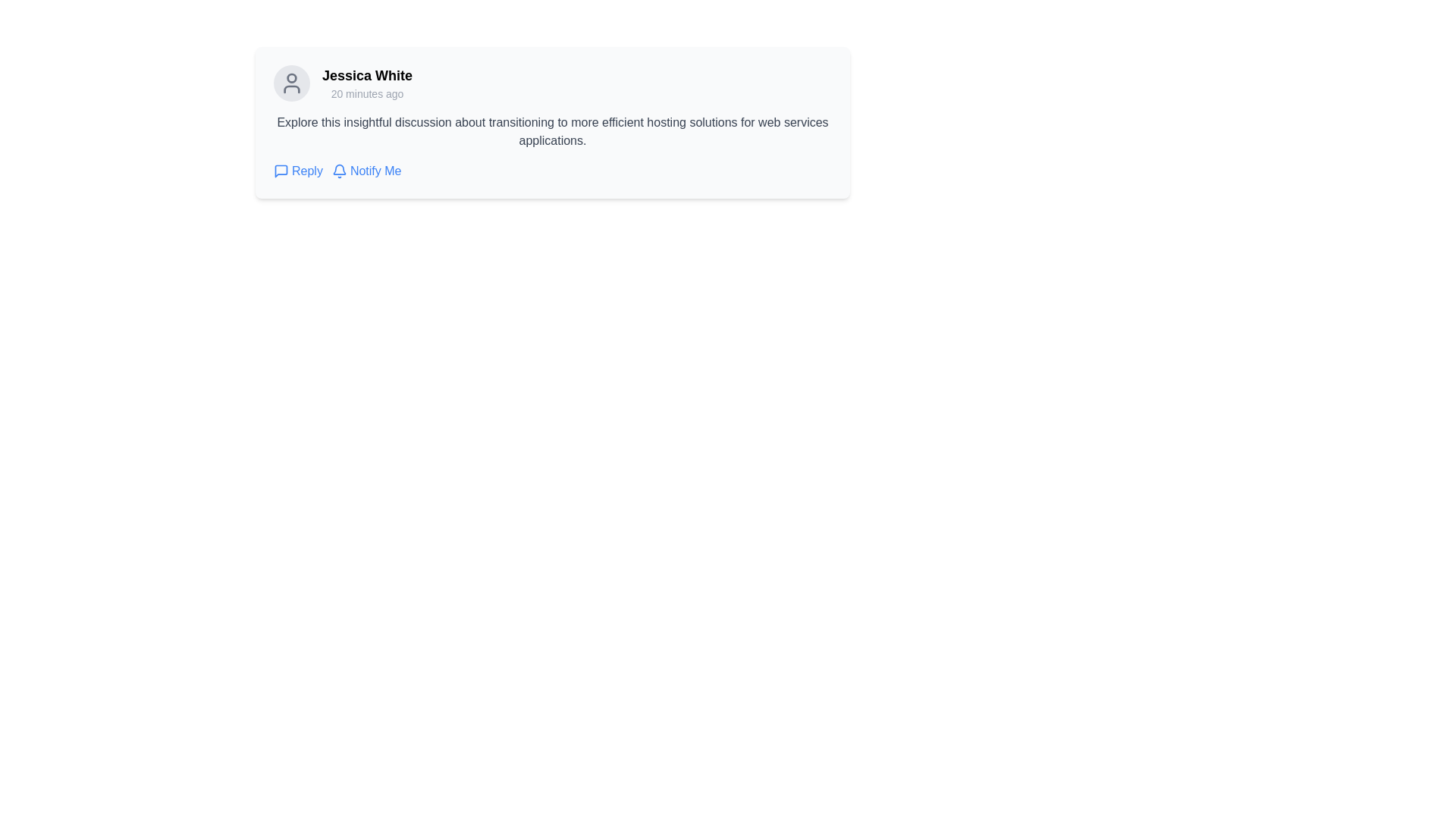  I want to click on the text block styled in gray, discussing efficient hosting solutions for web services, positioned below the header 'Jessica White, 20 minutes ago' and above the links 'Reply' and 'Notify Me', so click(552, 130).